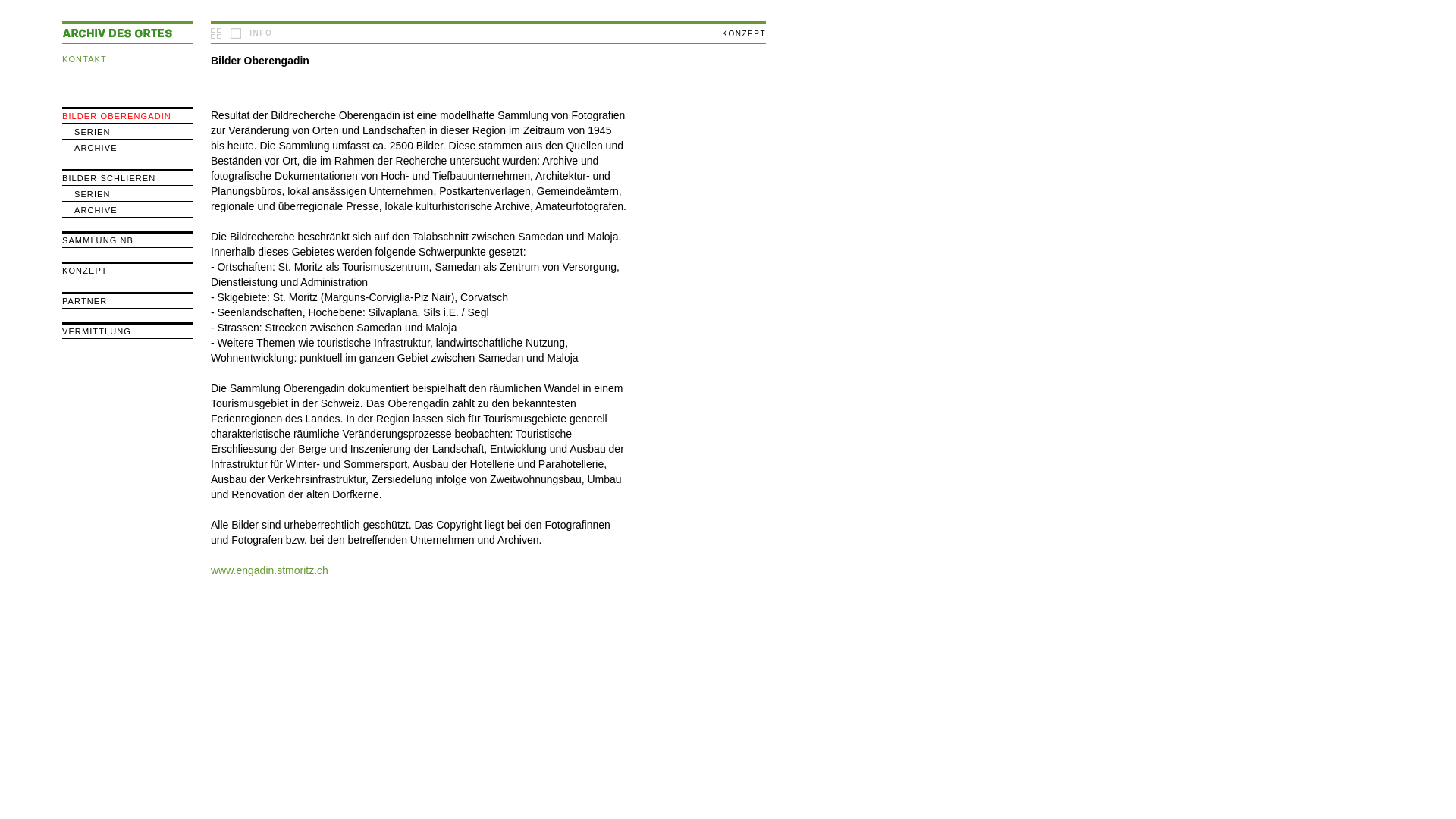 This screenshot has height=819, width=1456. I want to click on 'BILDER SCHLIEREN', so click(108, 177).